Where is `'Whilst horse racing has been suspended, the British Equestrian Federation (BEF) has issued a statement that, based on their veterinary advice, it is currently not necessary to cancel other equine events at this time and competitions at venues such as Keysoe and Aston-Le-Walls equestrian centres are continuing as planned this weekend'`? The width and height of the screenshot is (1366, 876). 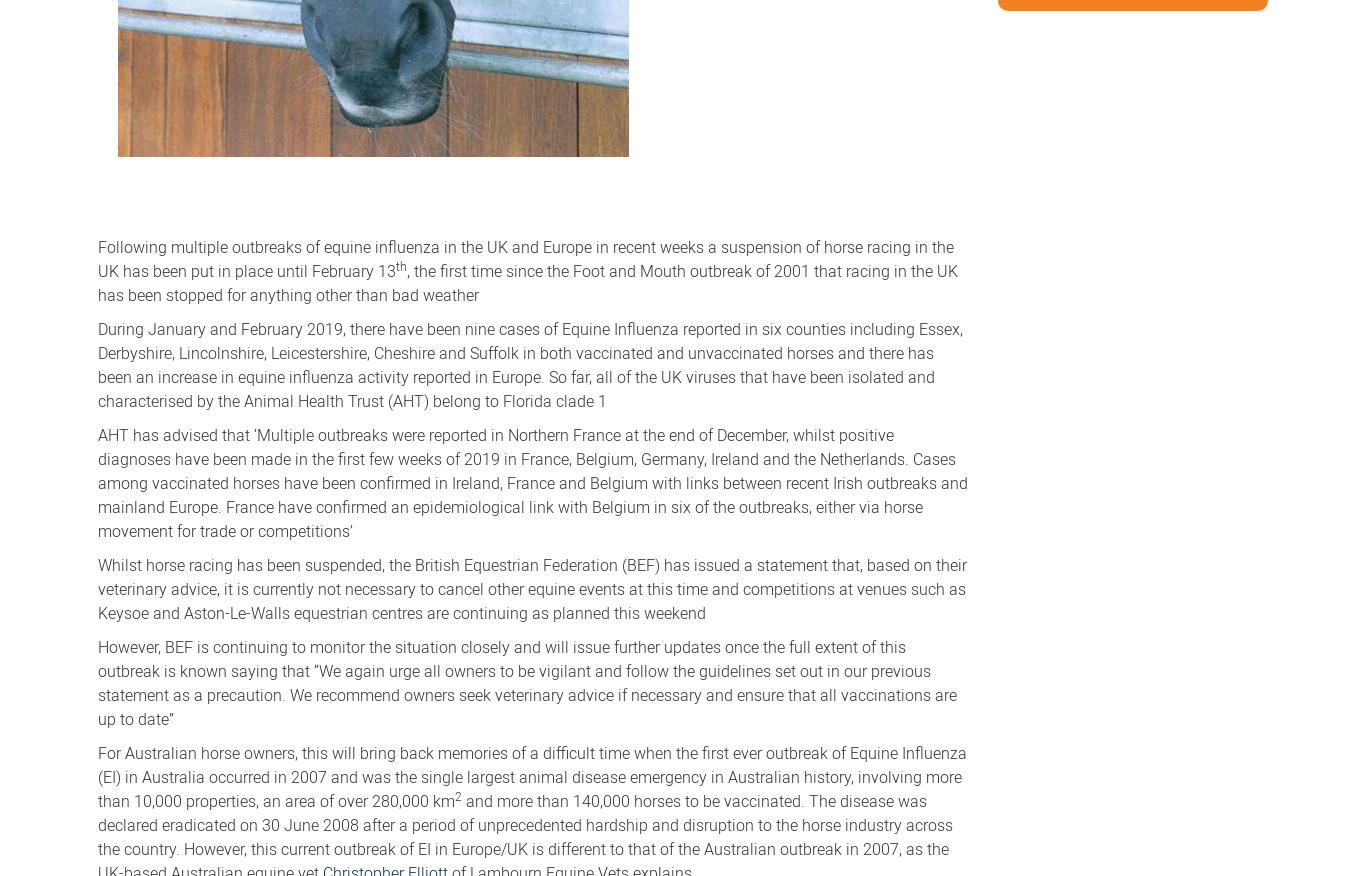
'Whilst horse racing has been suspended, the British Equestrian Federation (BEF) has issued a statement that, based on their veterinary advice, it is currently not necessary to cancel other equine events at this time and competitions at venues such as Keysoe and Aston-Le-Walls equestrian centres are continuing as planned this weekend' is located at coordinates (97, 586).